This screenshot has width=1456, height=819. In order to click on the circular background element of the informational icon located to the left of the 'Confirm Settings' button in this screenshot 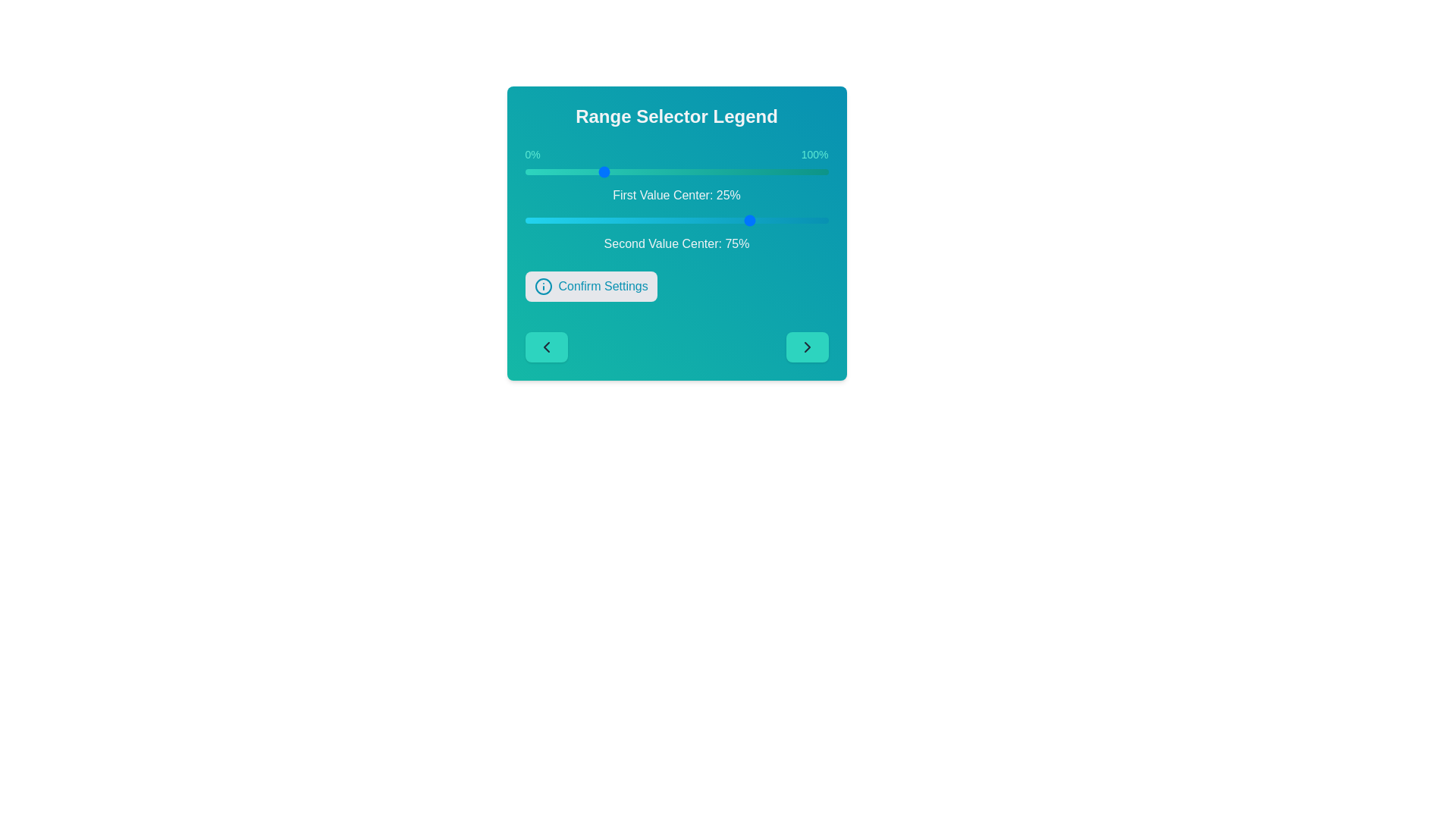, I will do `click(543, 287)`.